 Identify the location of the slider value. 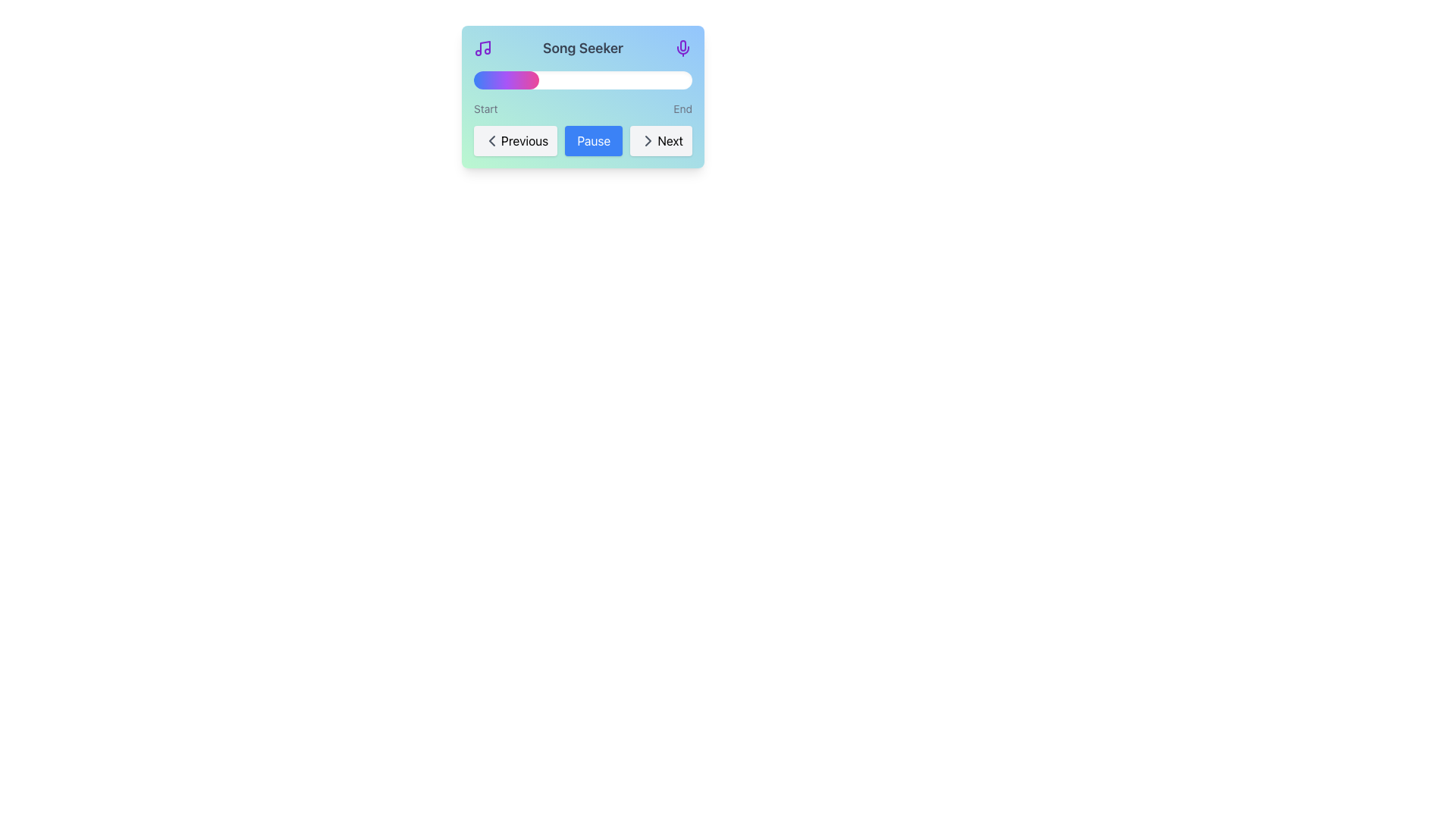
(682, 80).